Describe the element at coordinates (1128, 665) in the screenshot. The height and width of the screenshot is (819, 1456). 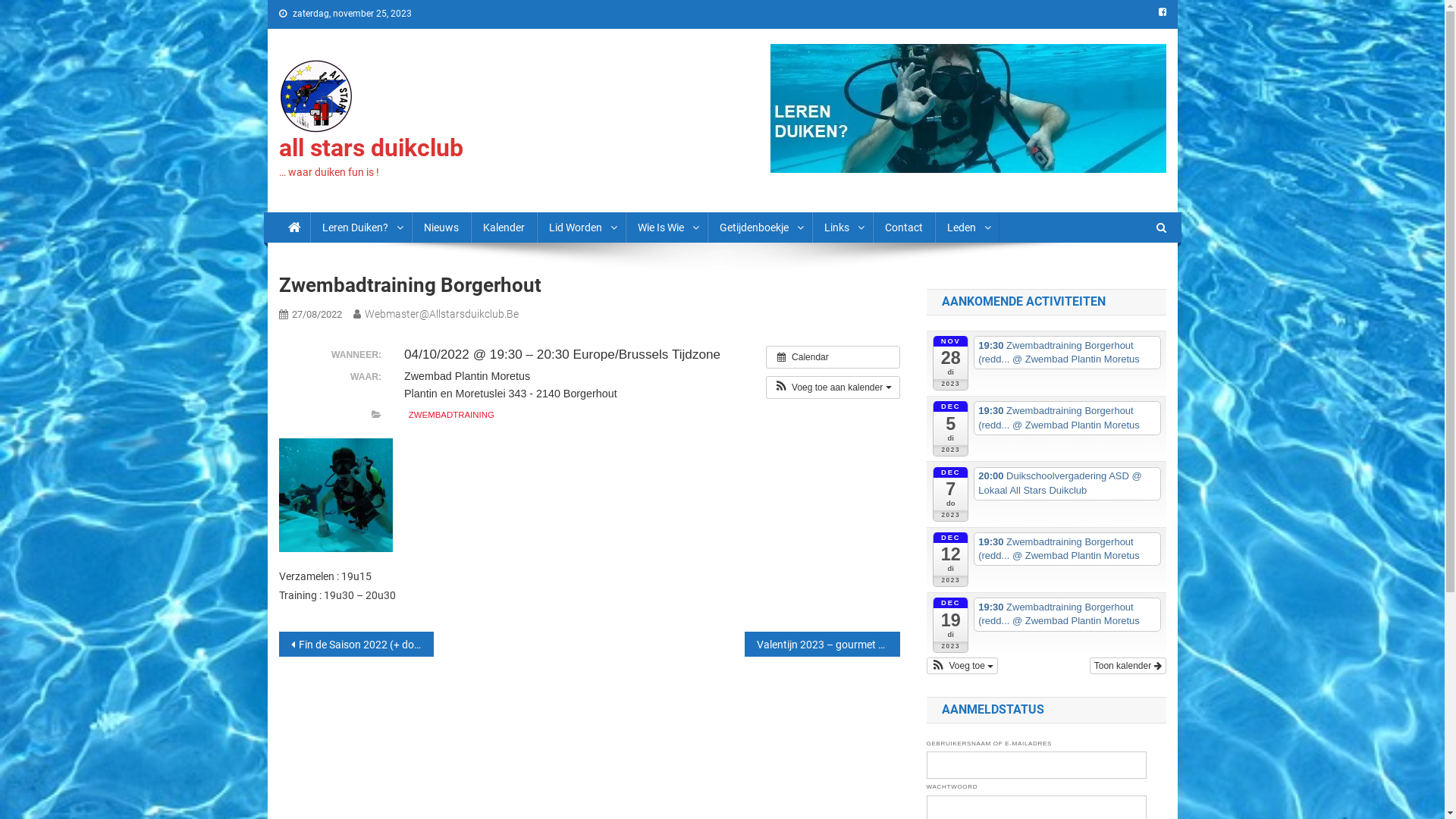
I see `'Toon kalender'` at that location.